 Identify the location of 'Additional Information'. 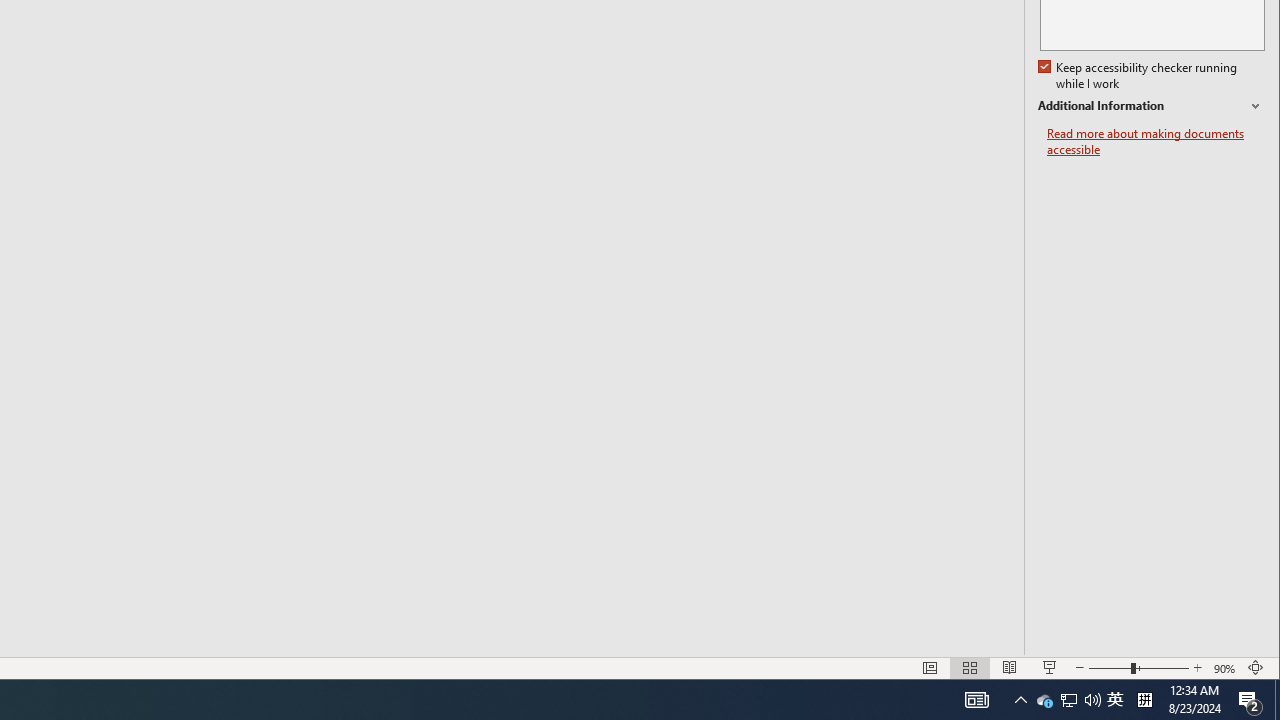
(1151, 106).